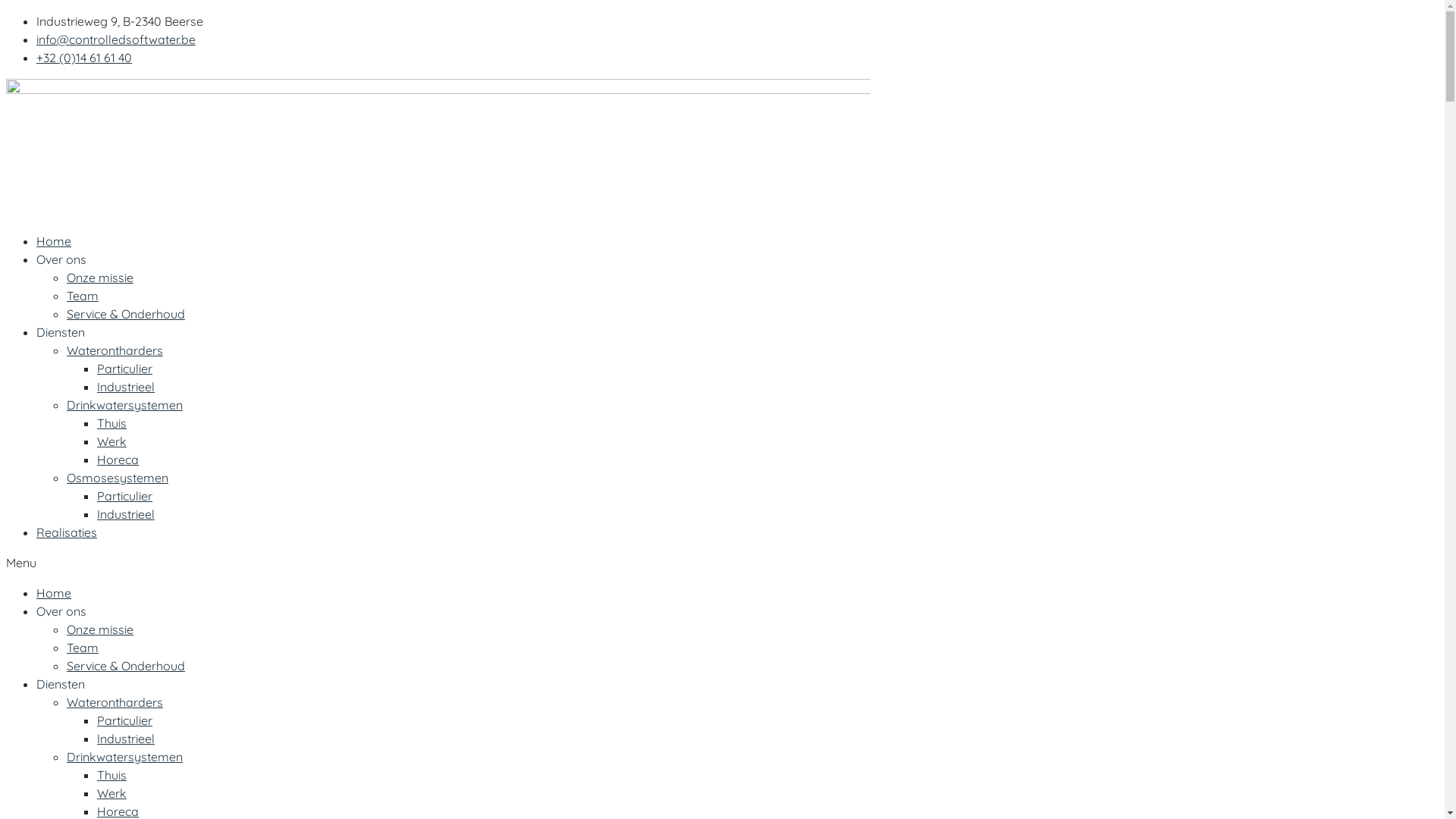 The width and height of the screenshot is (1456, 819). What do you see at coordinates (96, 738) in the screenshot?
I see `'Industrieel'` at bounding box center [96, 738].